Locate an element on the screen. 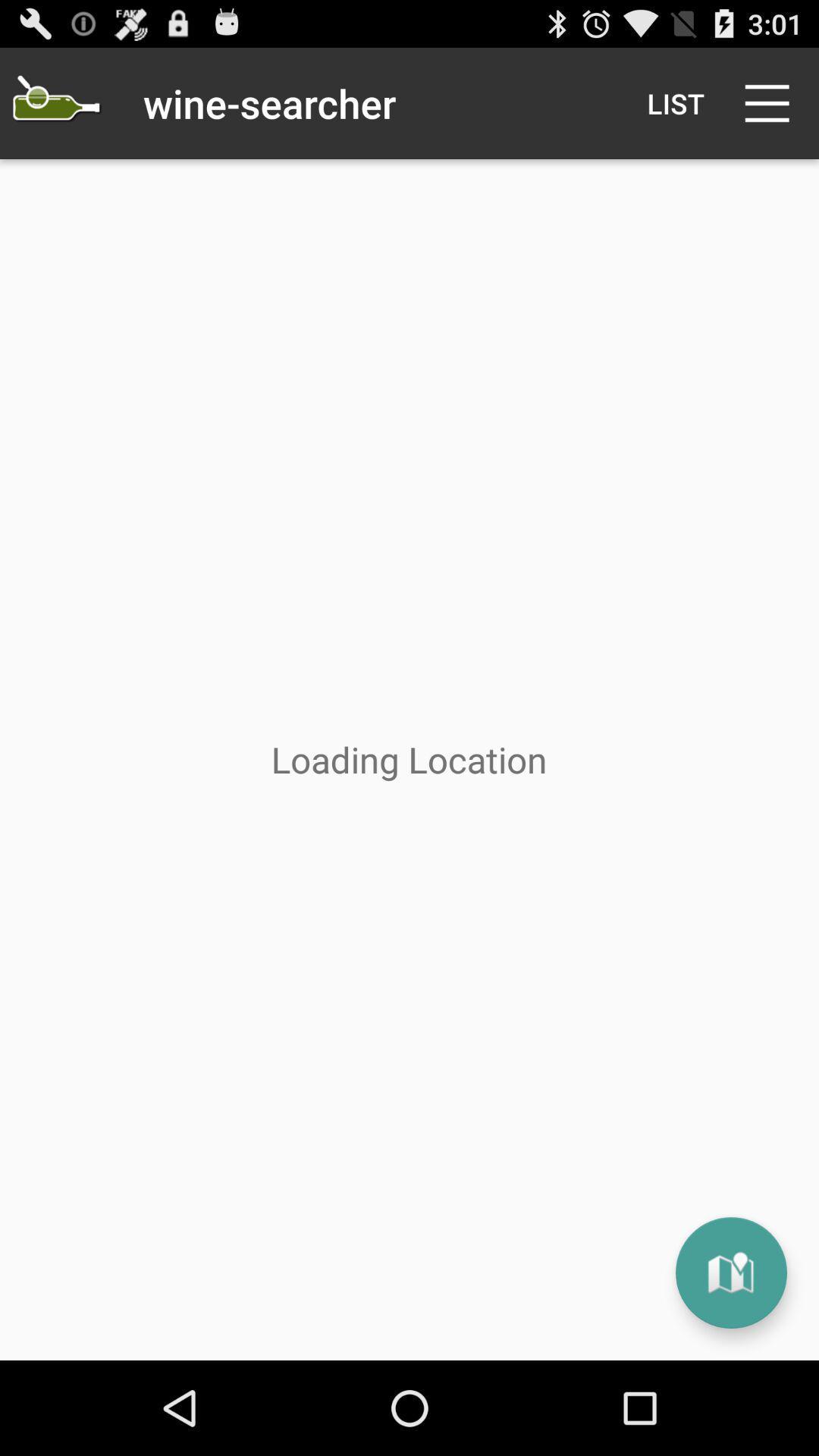 The height and width of the screenshot is (1456, 819). icon to the right of wine-searcher is located at coordinates (675, 102).